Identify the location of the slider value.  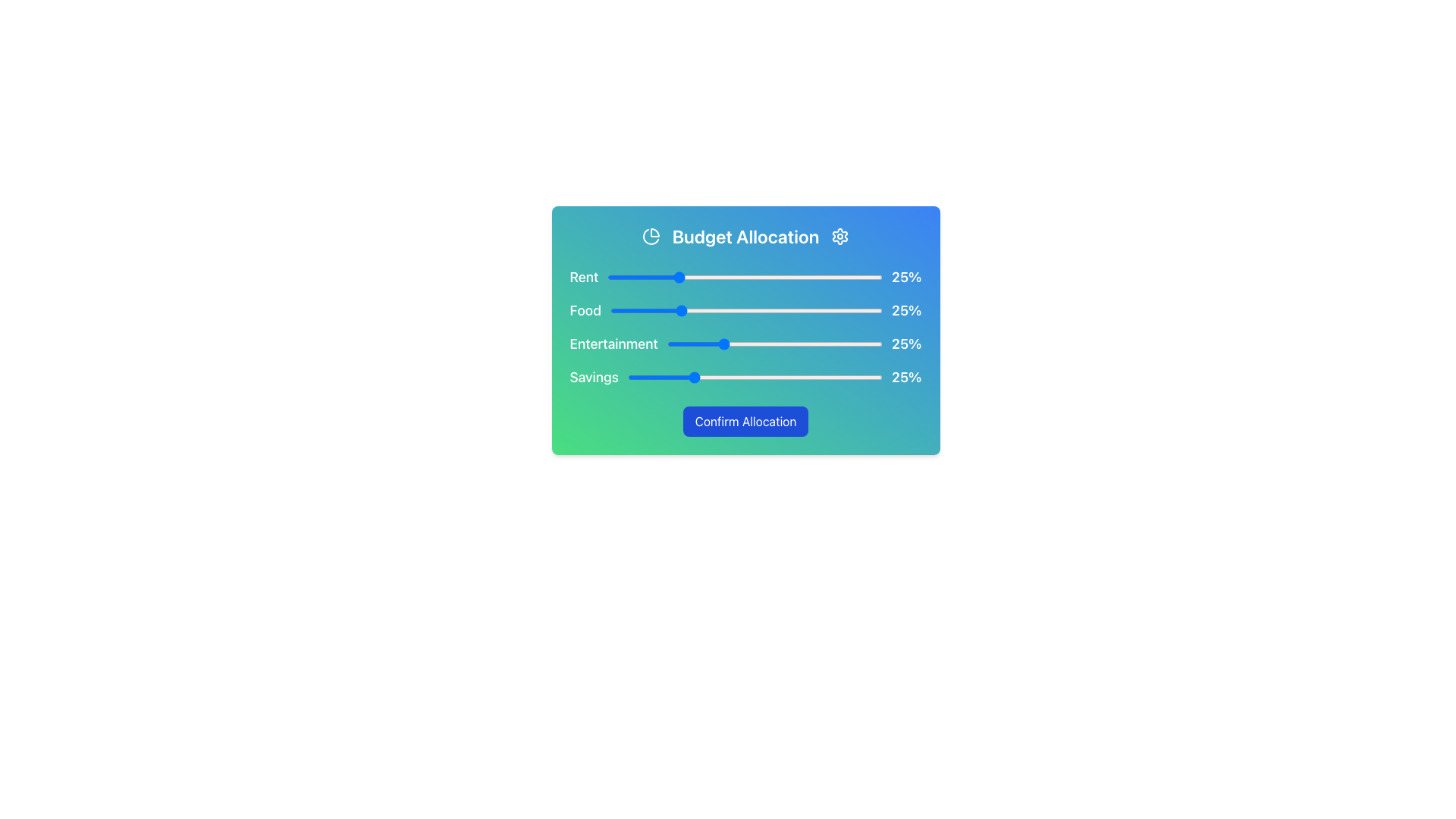
(877, 278).